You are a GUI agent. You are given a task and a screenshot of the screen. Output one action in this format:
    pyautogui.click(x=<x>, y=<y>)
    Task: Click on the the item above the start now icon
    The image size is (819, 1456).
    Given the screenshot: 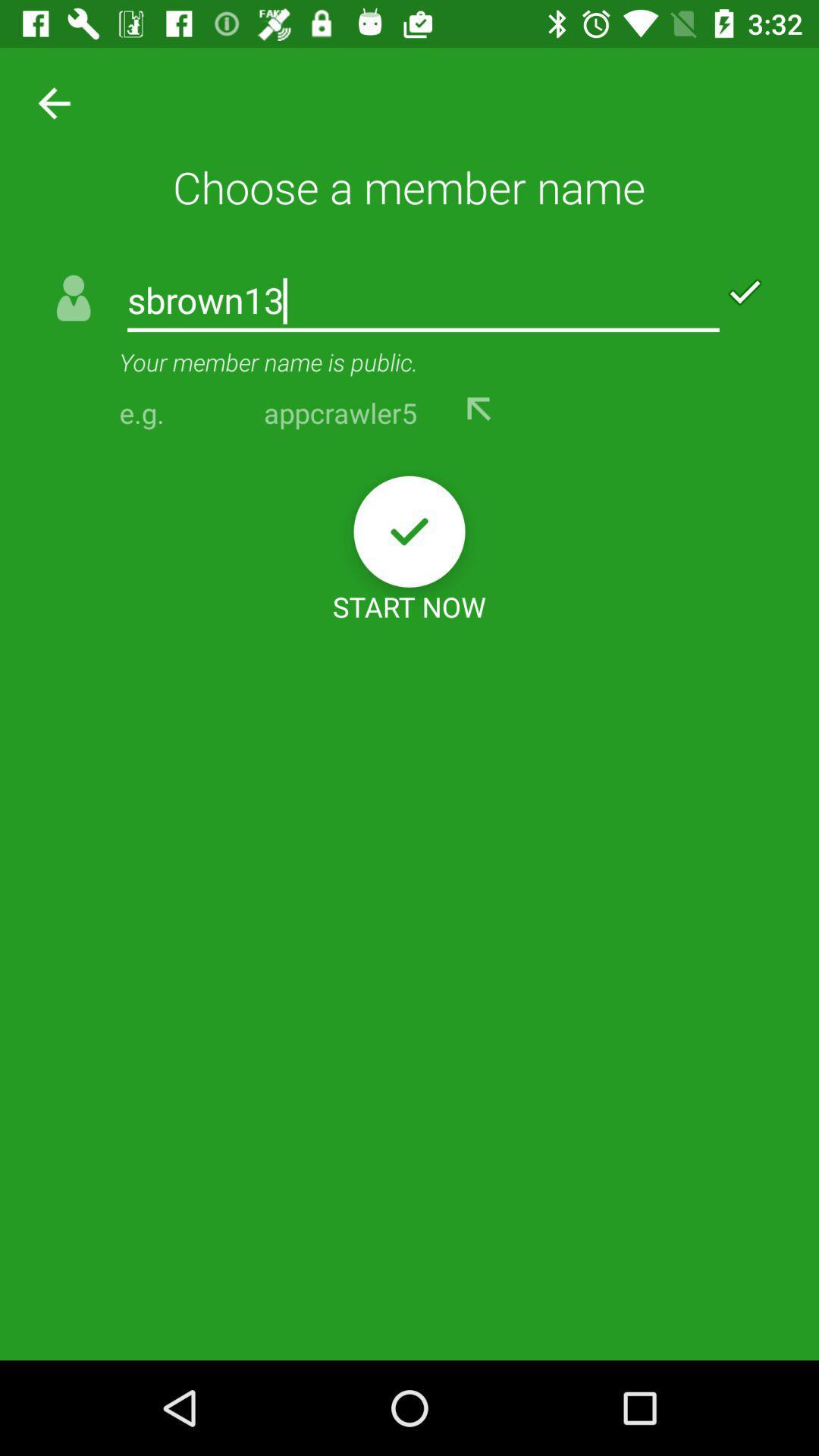 What is the action you would take?
    pyautogui.click(x=409, y=532)
    